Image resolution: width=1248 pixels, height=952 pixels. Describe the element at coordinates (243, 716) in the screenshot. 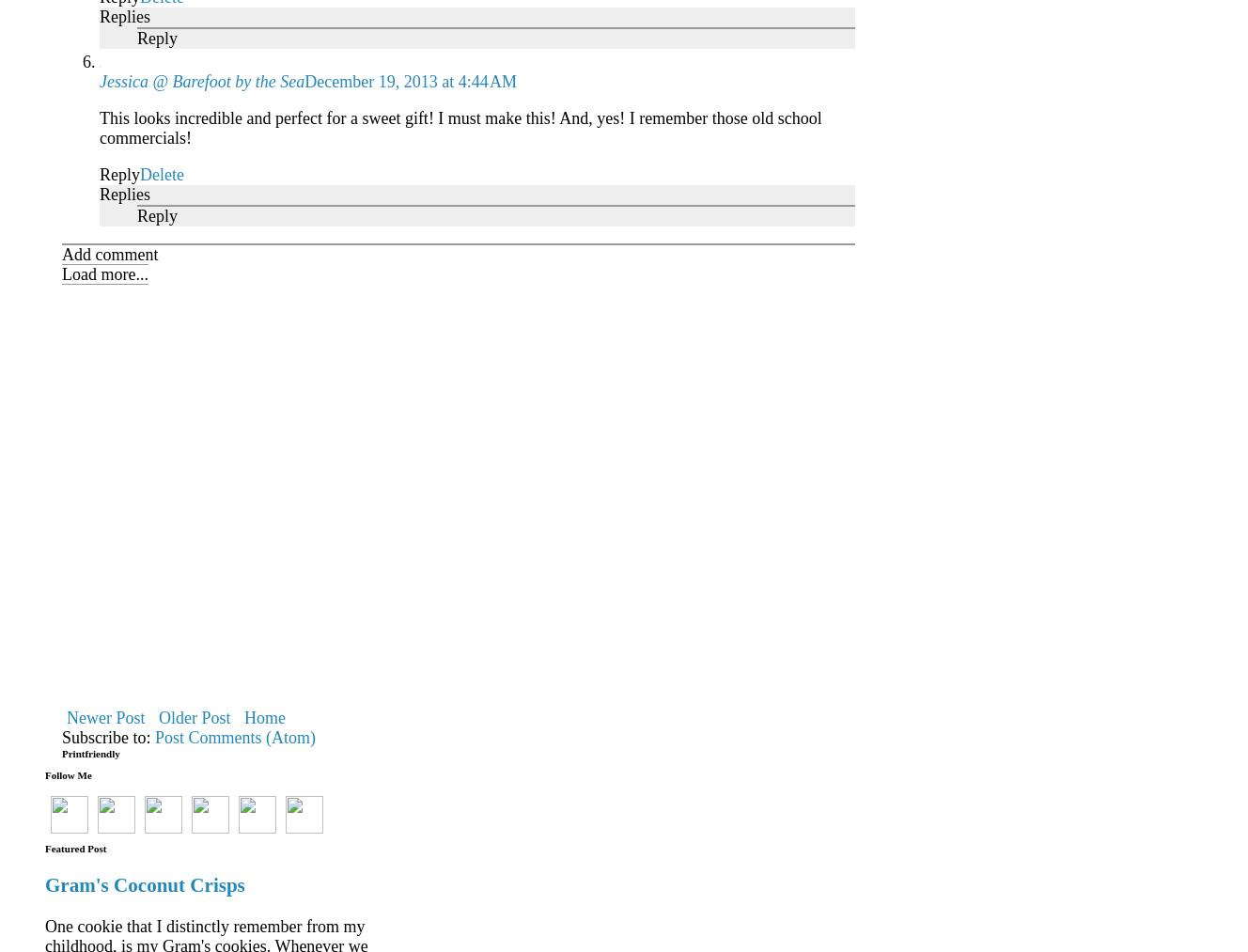

I see `'Home'` at that location.